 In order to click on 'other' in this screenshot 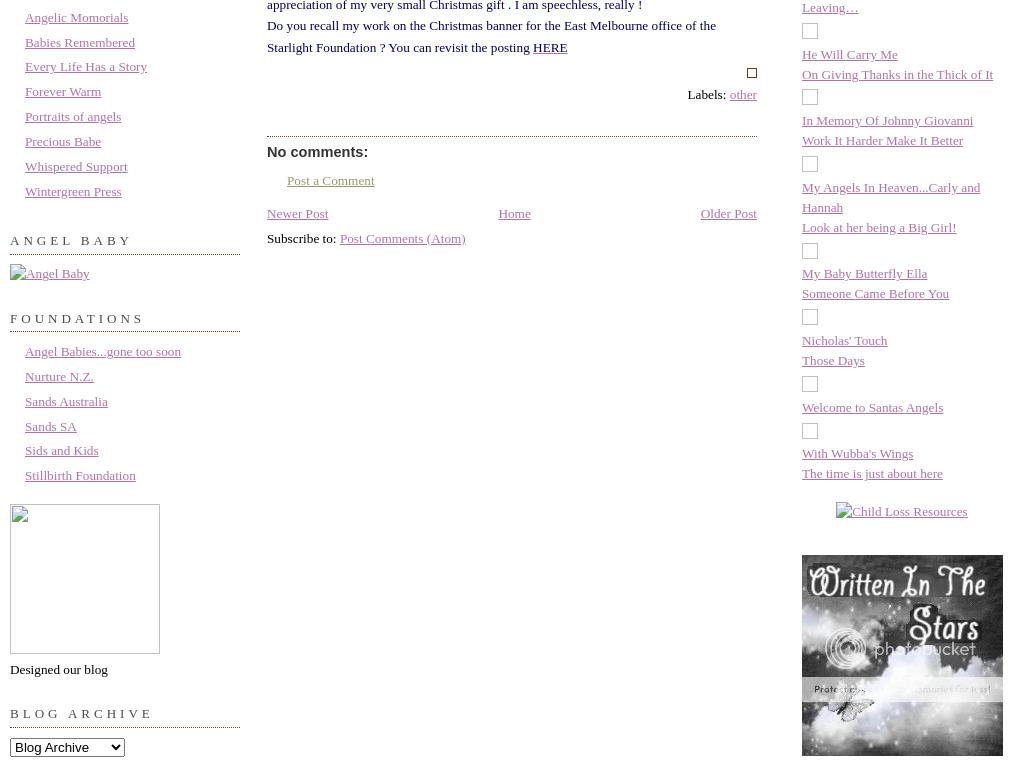, I will do `click(742, 93)`.